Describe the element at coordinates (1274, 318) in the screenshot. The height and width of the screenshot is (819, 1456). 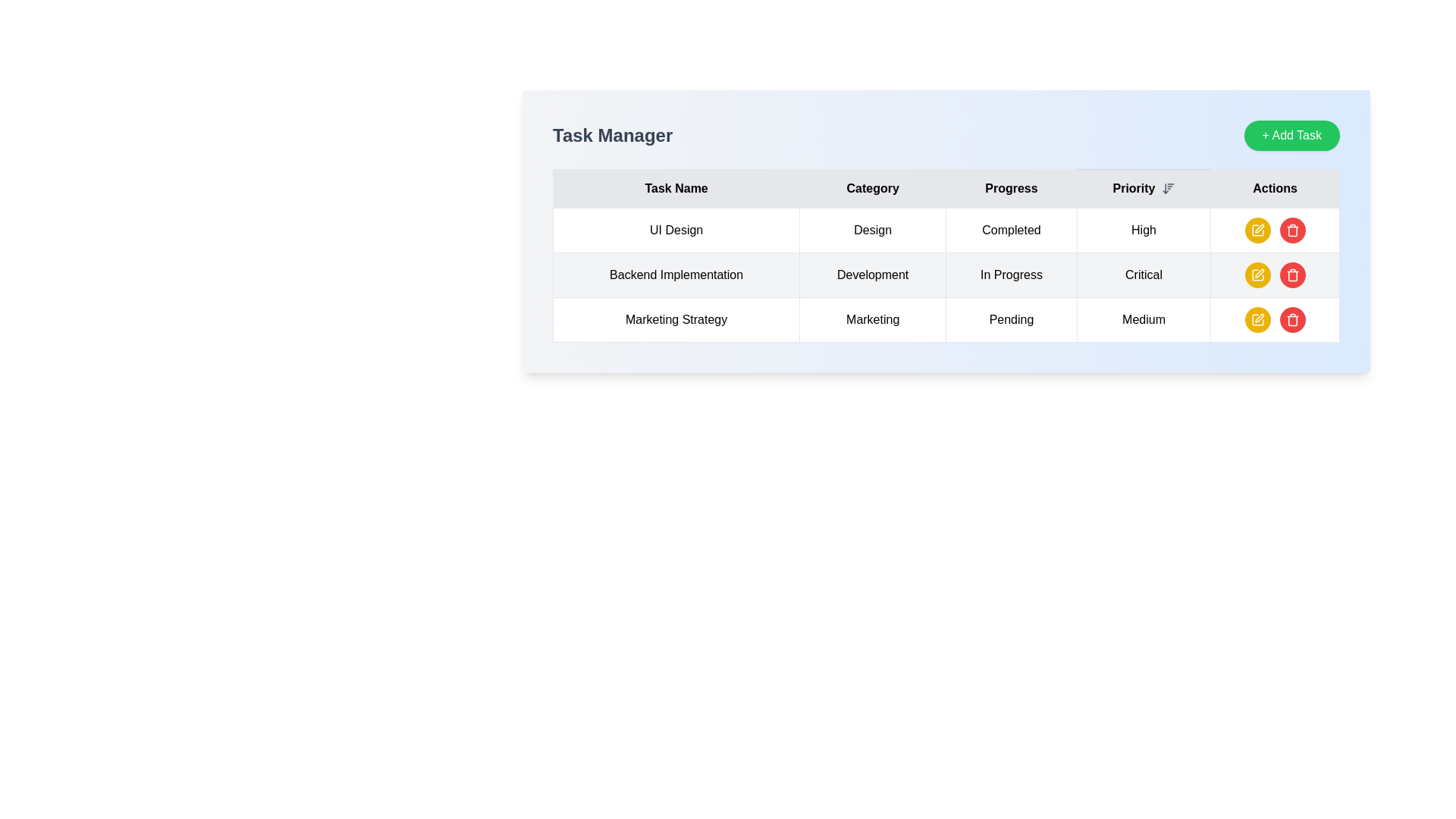
I see `the blank cell in the last column and last row of the table, which is part of the 'Actions' column, to interact with the icons contained within` at that location.